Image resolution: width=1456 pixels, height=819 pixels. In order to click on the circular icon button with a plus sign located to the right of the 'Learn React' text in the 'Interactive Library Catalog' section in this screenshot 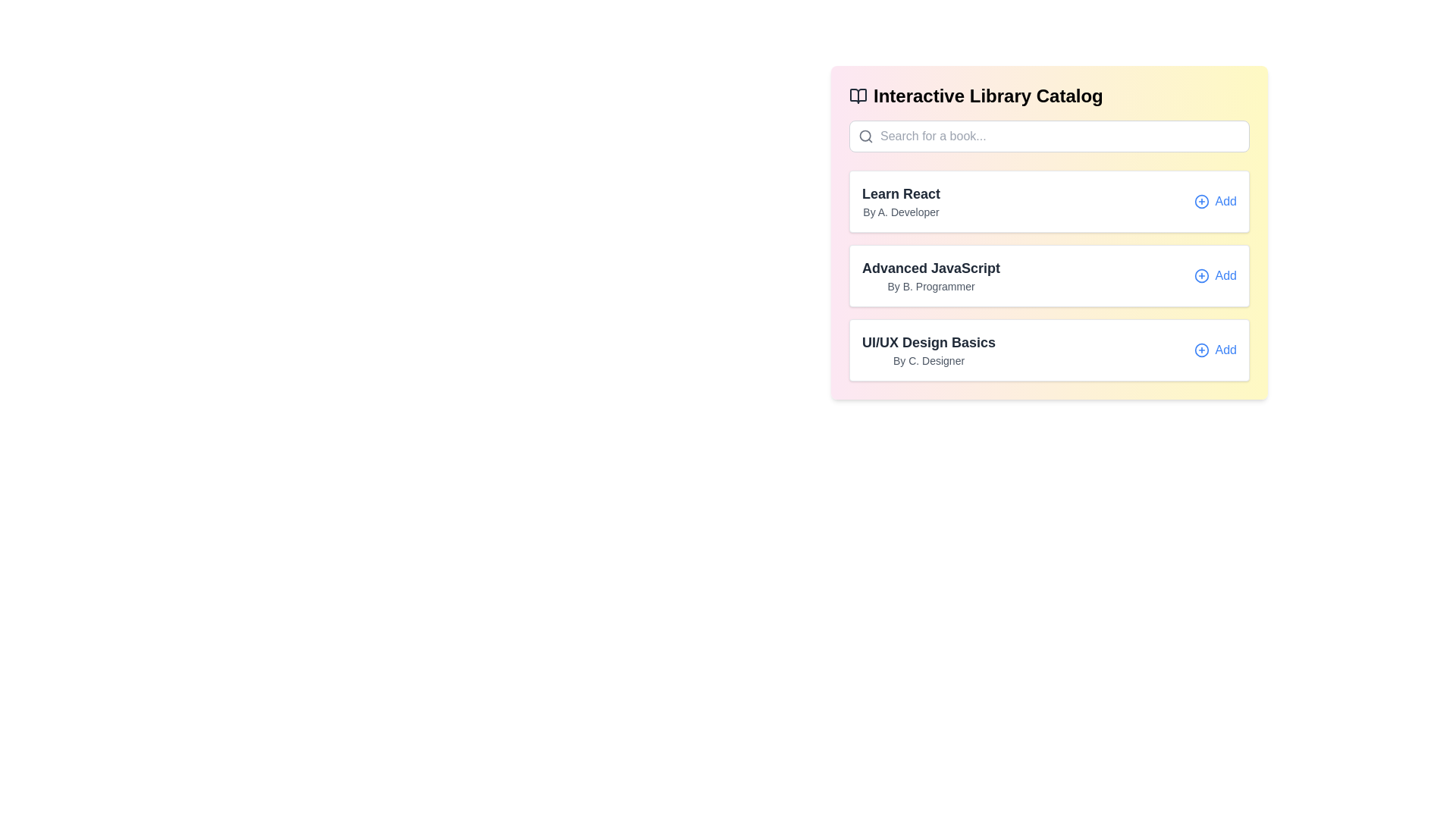, I will do `click(1200, 201)`.